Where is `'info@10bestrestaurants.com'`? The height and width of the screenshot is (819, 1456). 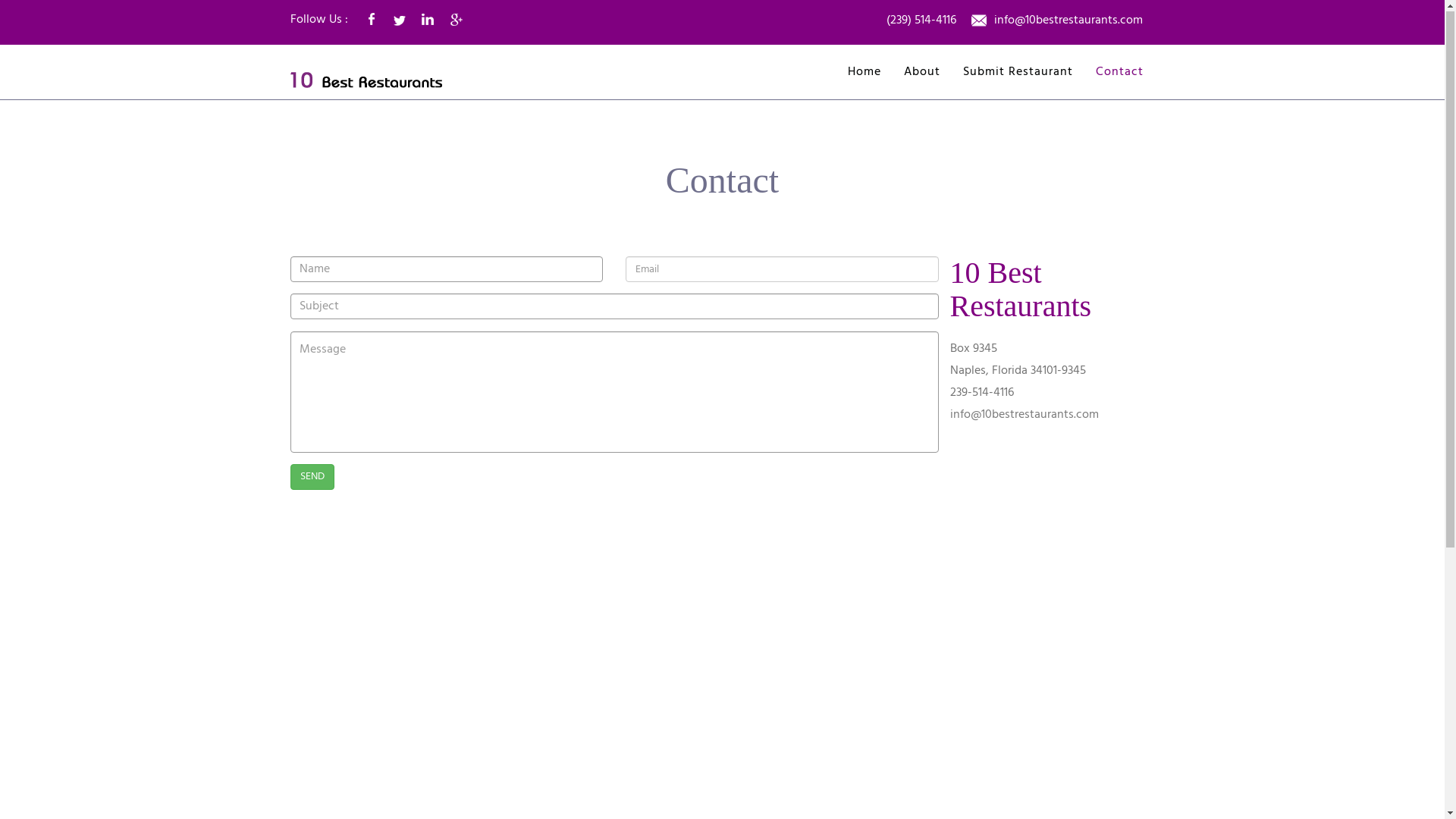
'info@10bestrestaurants.com' is located at coordinates (1066, 22).